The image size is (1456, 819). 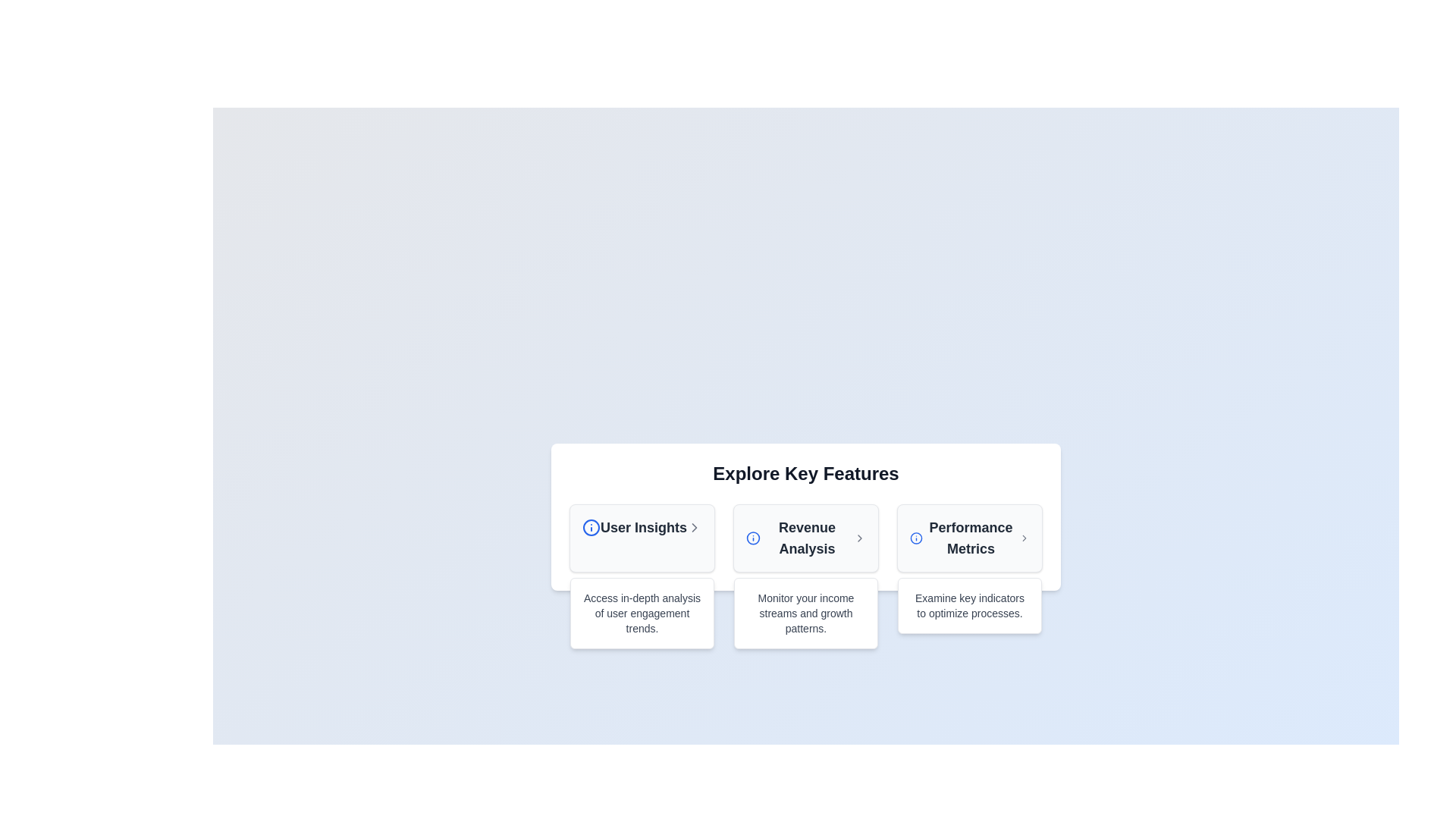 What do you see at coordinates (805, 516) in the screenshot?
I see `the 'Revenue Analysis' navigation card, which is the second card in a row of three, located under the heading 'Explore Key Features'` at bounding box center [805, 516].